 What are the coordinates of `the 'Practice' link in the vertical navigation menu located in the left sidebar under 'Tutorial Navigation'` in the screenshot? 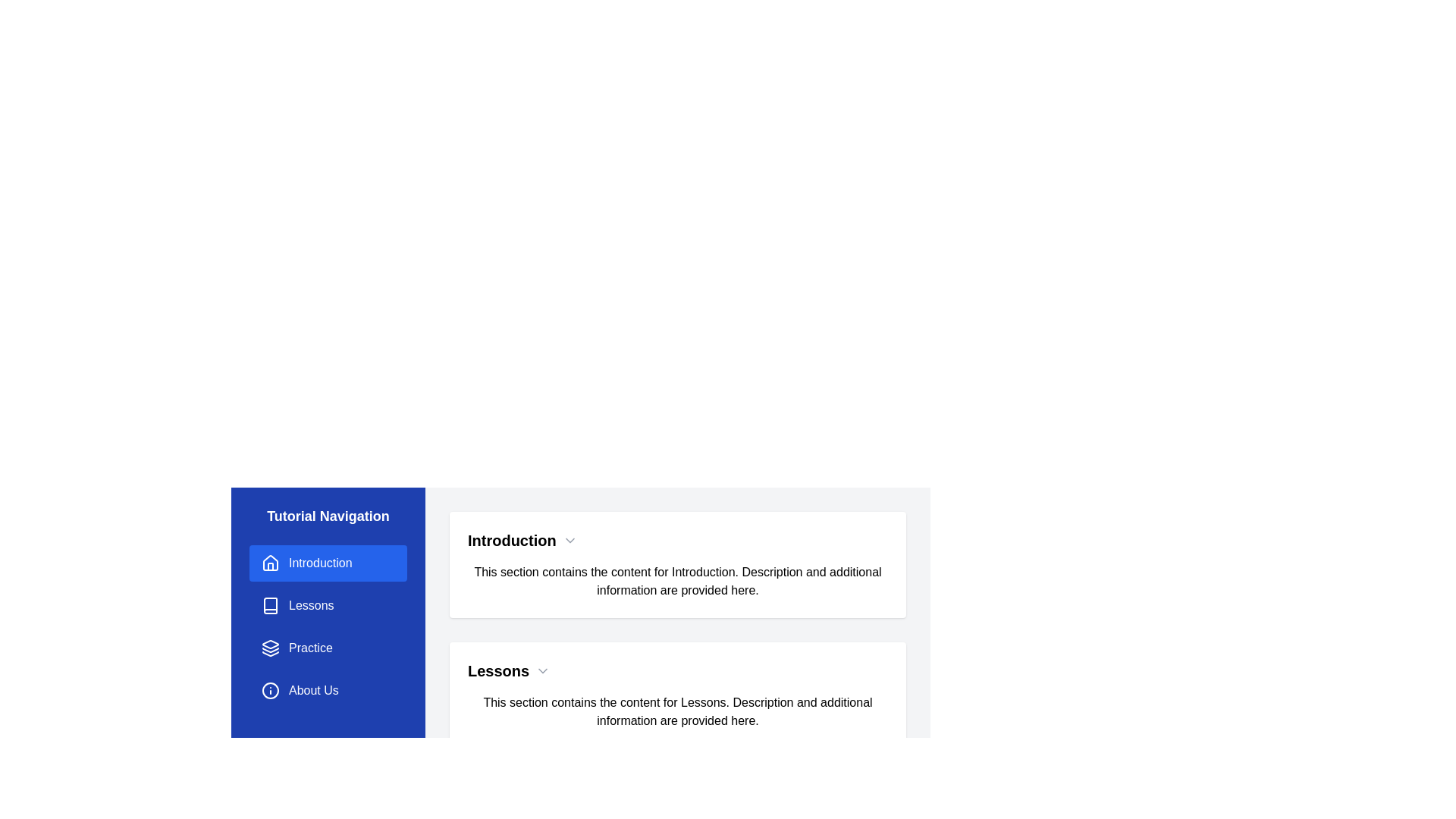 It's located at (327, 626).